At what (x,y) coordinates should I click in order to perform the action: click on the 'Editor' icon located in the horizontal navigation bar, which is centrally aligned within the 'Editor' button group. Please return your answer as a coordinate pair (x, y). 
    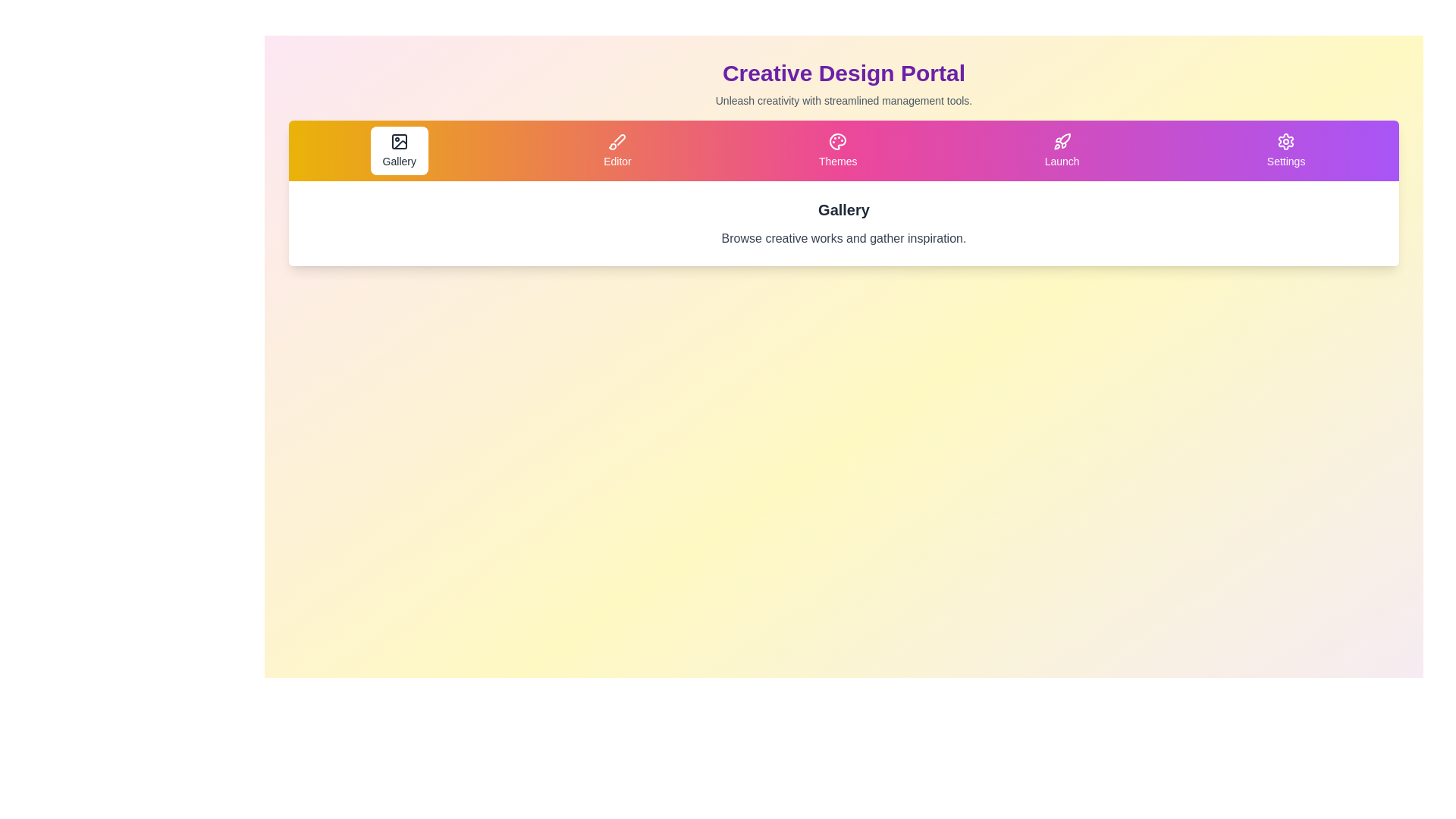
    Looking at the image, I should click on (617, 141).